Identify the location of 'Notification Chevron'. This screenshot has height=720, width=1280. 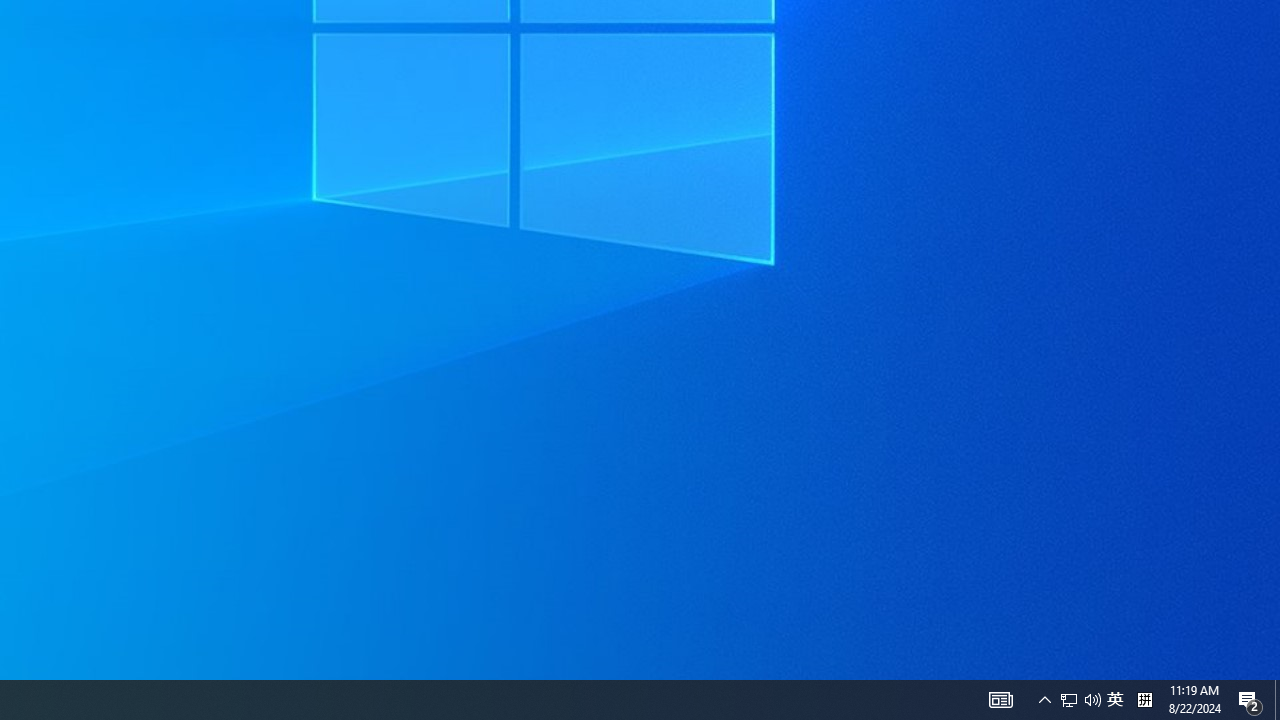
(1068, 698).